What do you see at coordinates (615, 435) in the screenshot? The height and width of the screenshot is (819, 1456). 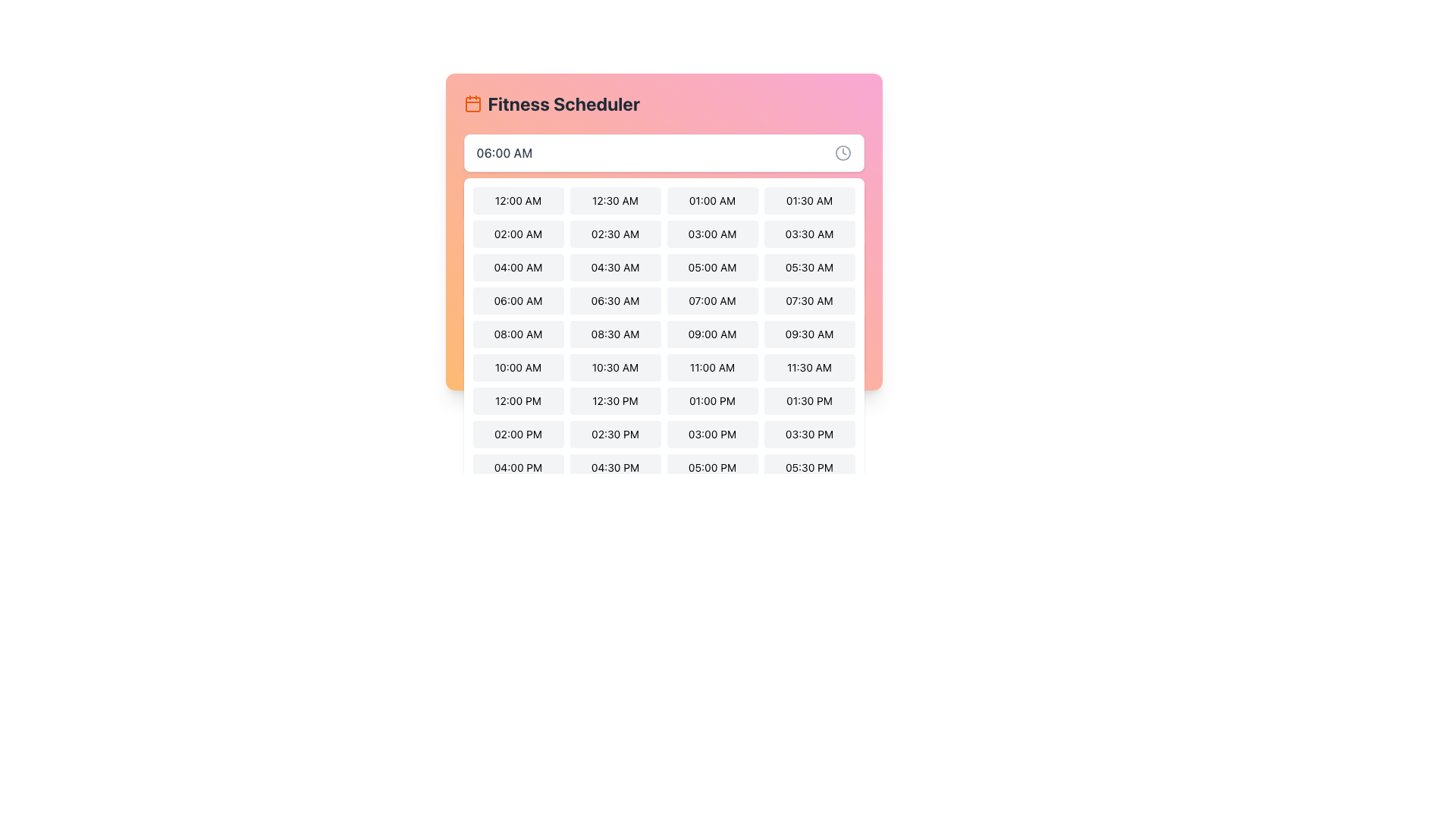 I see `the time slot selection button labeled '02:30 PM'` at bounding box center [615, 435].